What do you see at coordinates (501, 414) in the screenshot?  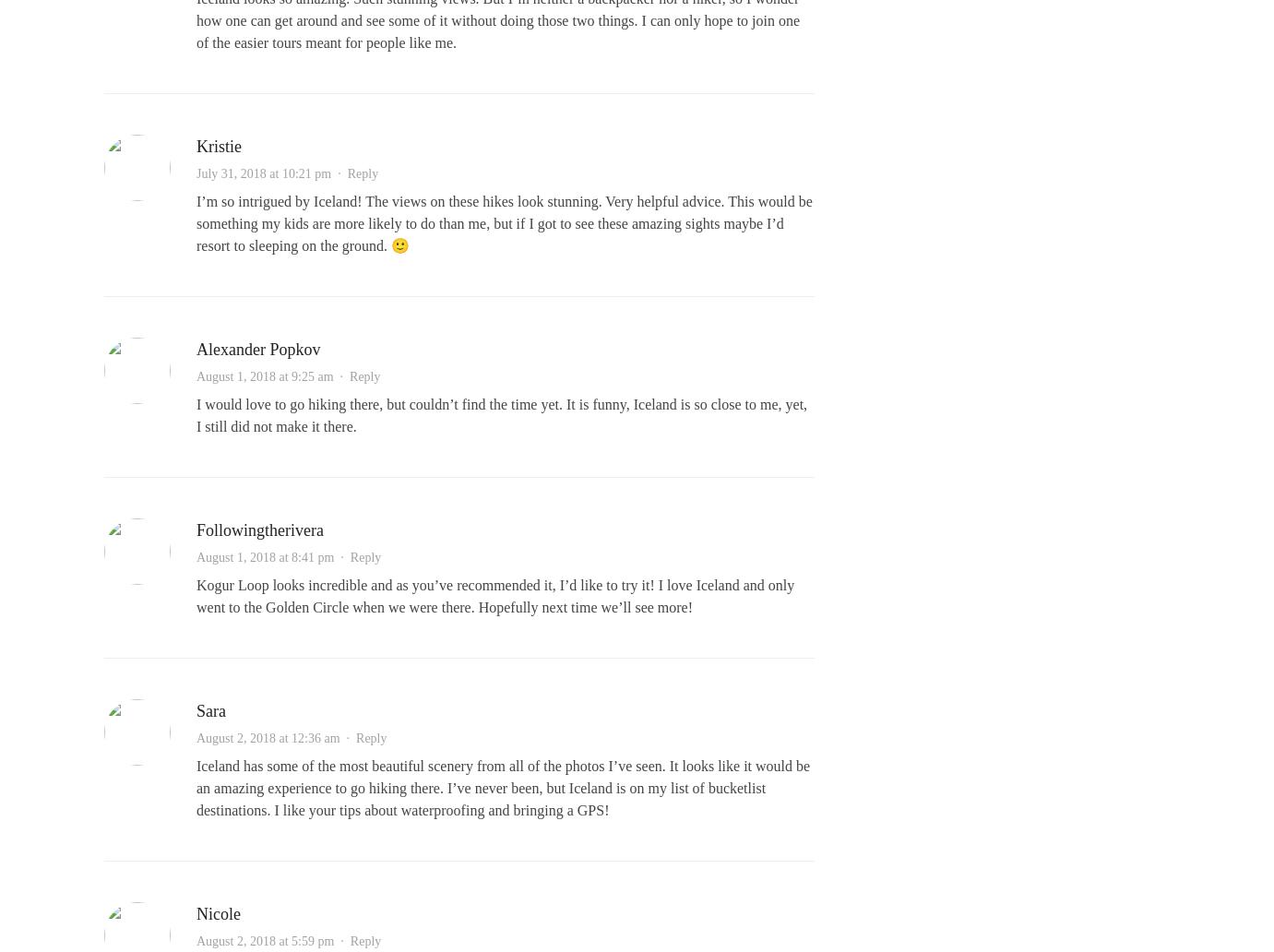 I see `'I would love to go hiking there, but couldn’t find the time yet. It is funny, Iceland is so close to me, yet, I still did not make it there.'` at bounding box center [501, 414].